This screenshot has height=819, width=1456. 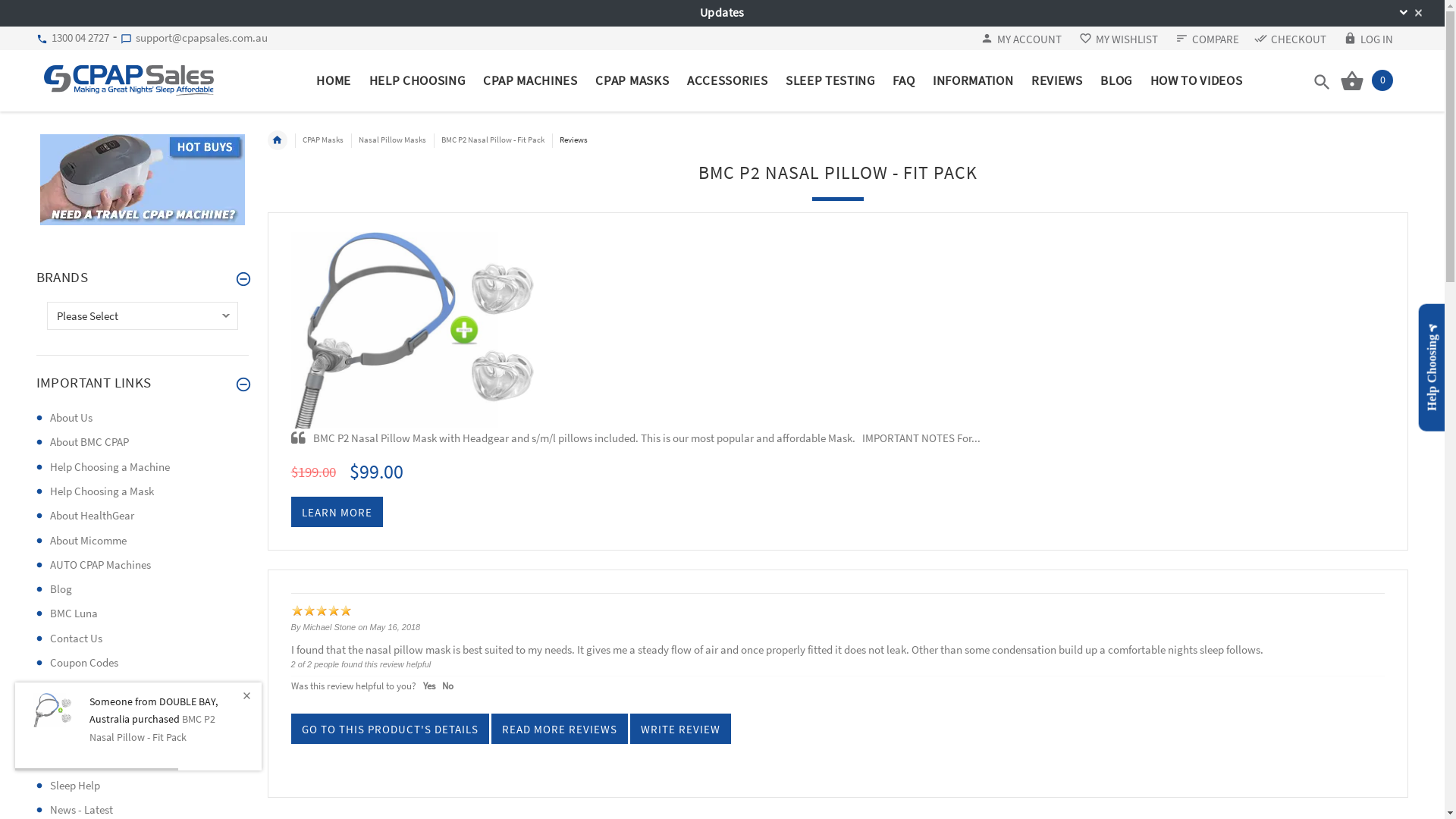 What do you see at coordinates (1368, 38) in the screenshot?
I see `'LOG IN'` at bounding box center [1368, 38].